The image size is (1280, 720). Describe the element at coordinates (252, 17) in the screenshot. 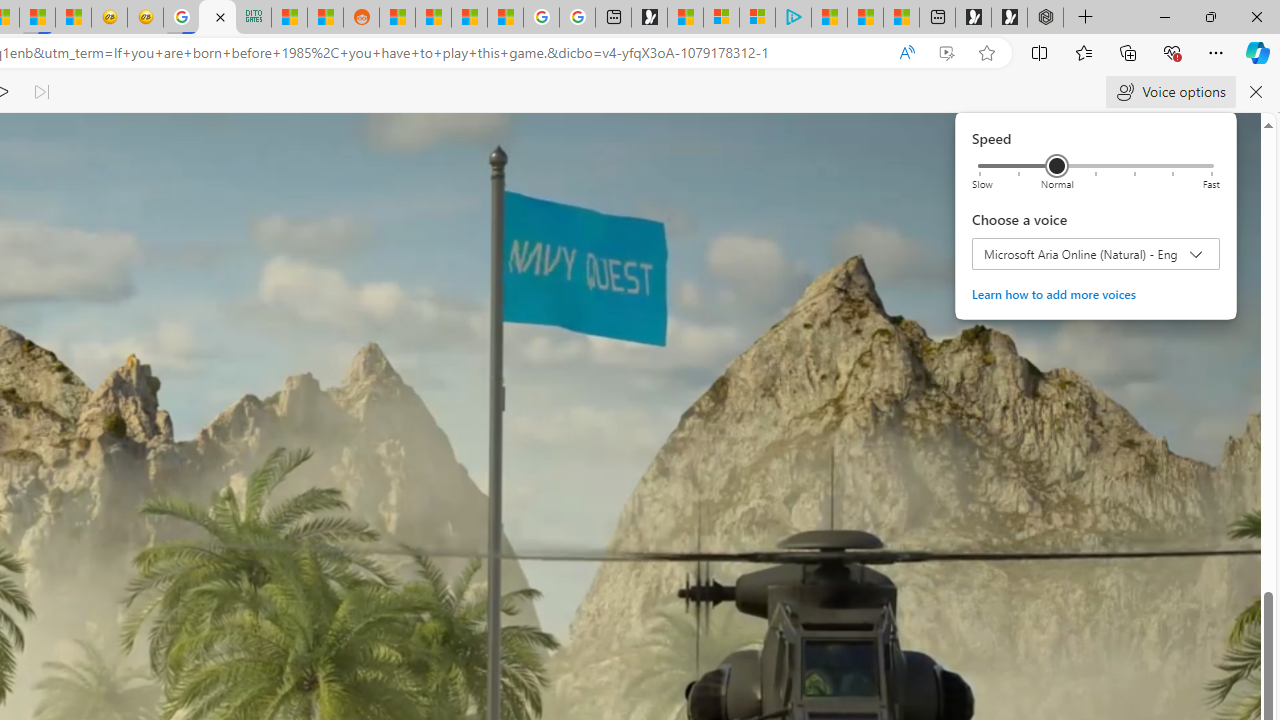

I see `'DITOGAMES AG Imprint'` at that location.